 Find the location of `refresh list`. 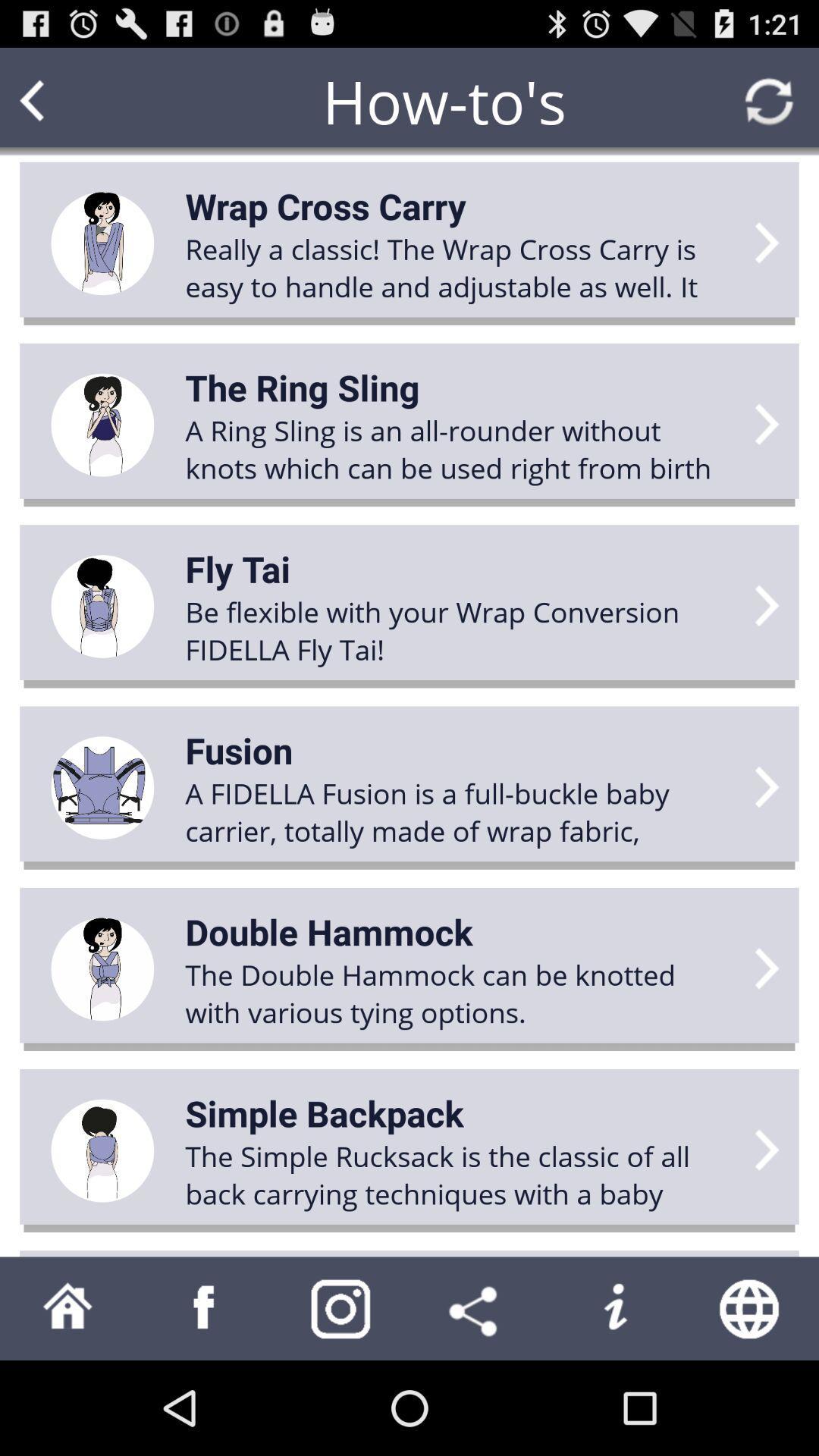

refresh list is located at coordinates (769, 100).